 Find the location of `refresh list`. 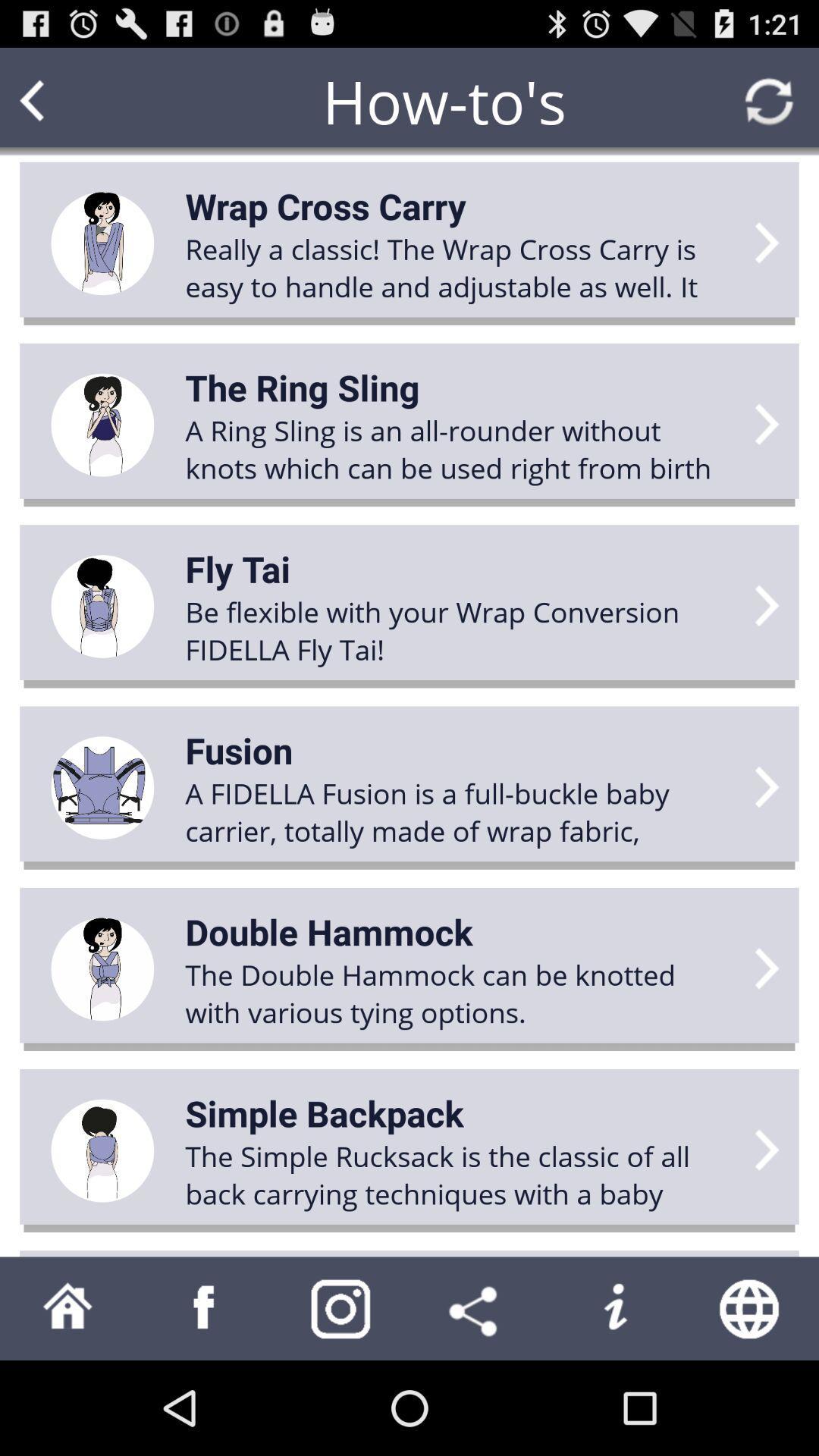

refresh list is located at coordinates (769, 100).